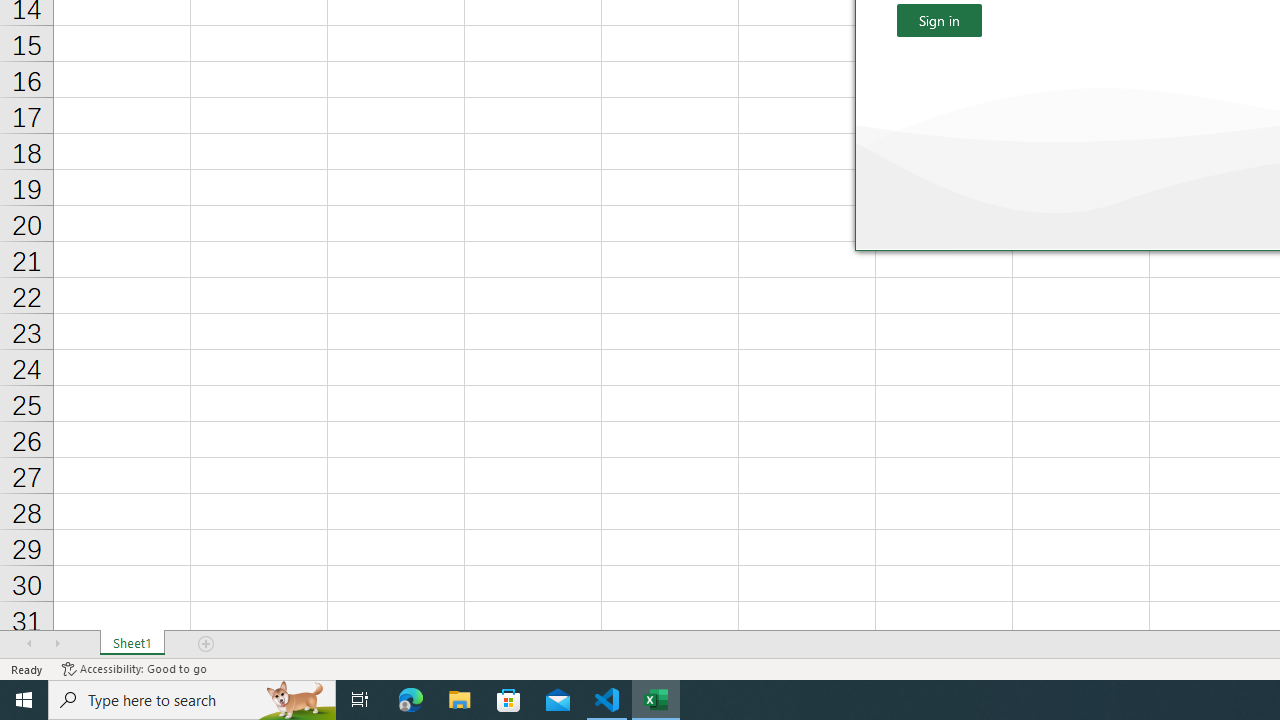  Describe the element at coordinates (57, 644) in the screenshot. I see `'Scroll Right'` at that location.